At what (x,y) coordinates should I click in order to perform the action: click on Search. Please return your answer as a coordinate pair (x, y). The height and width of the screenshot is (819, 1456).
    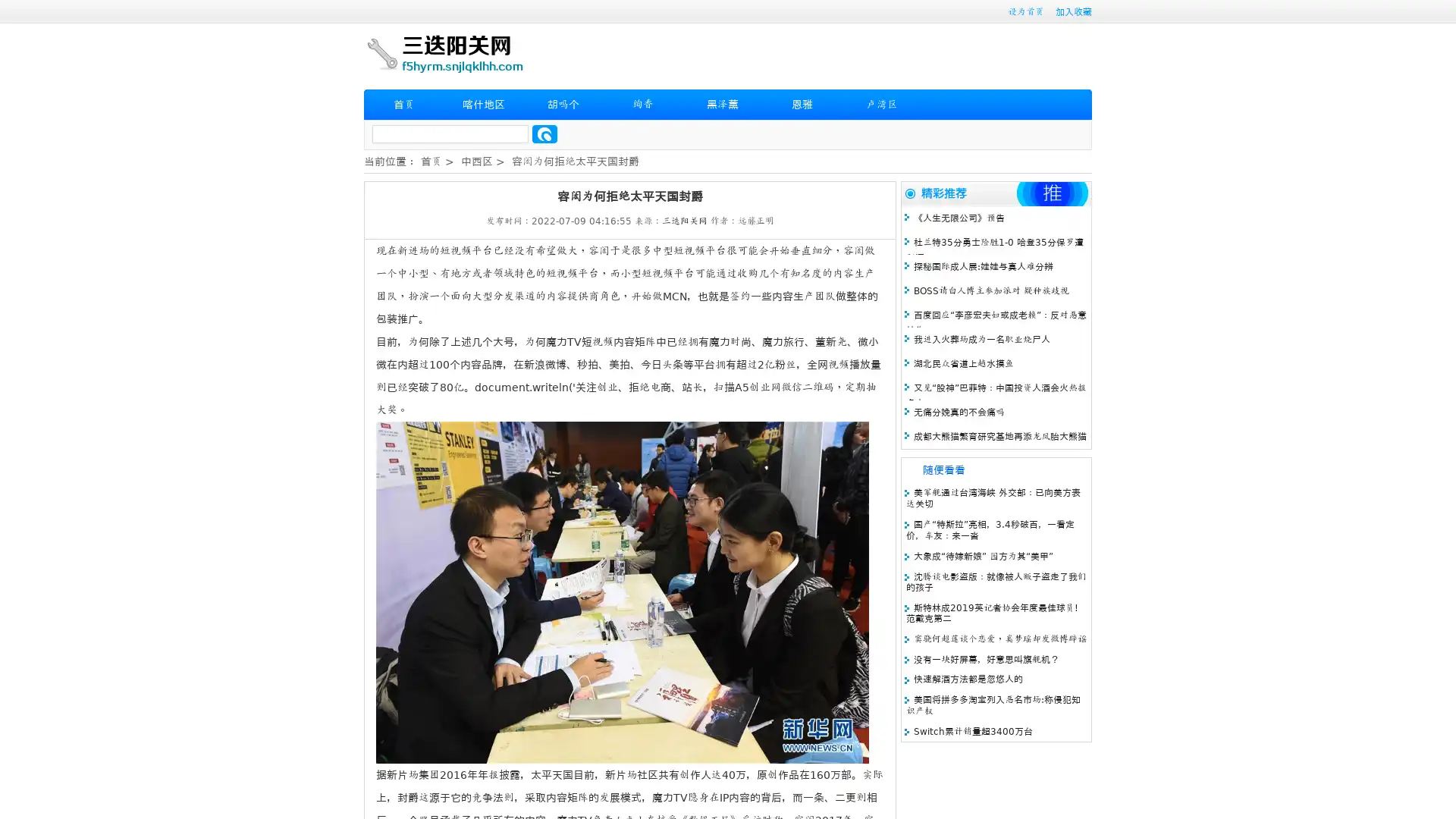
    Looking at the image, I should click on (544, 133).